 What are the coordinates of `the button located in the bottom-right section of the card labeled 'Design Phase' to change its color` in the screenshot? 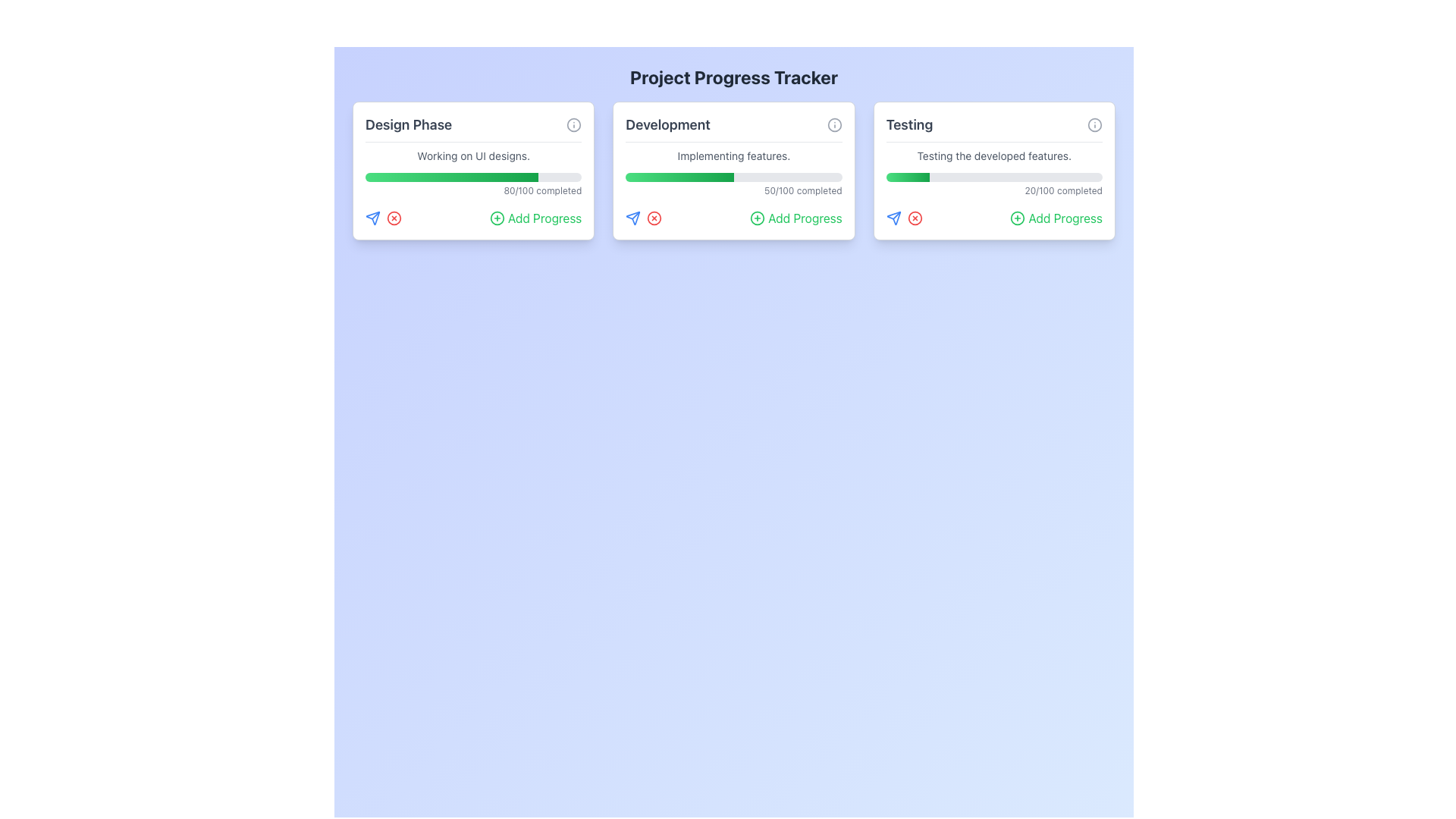 It's located at (472, 218).